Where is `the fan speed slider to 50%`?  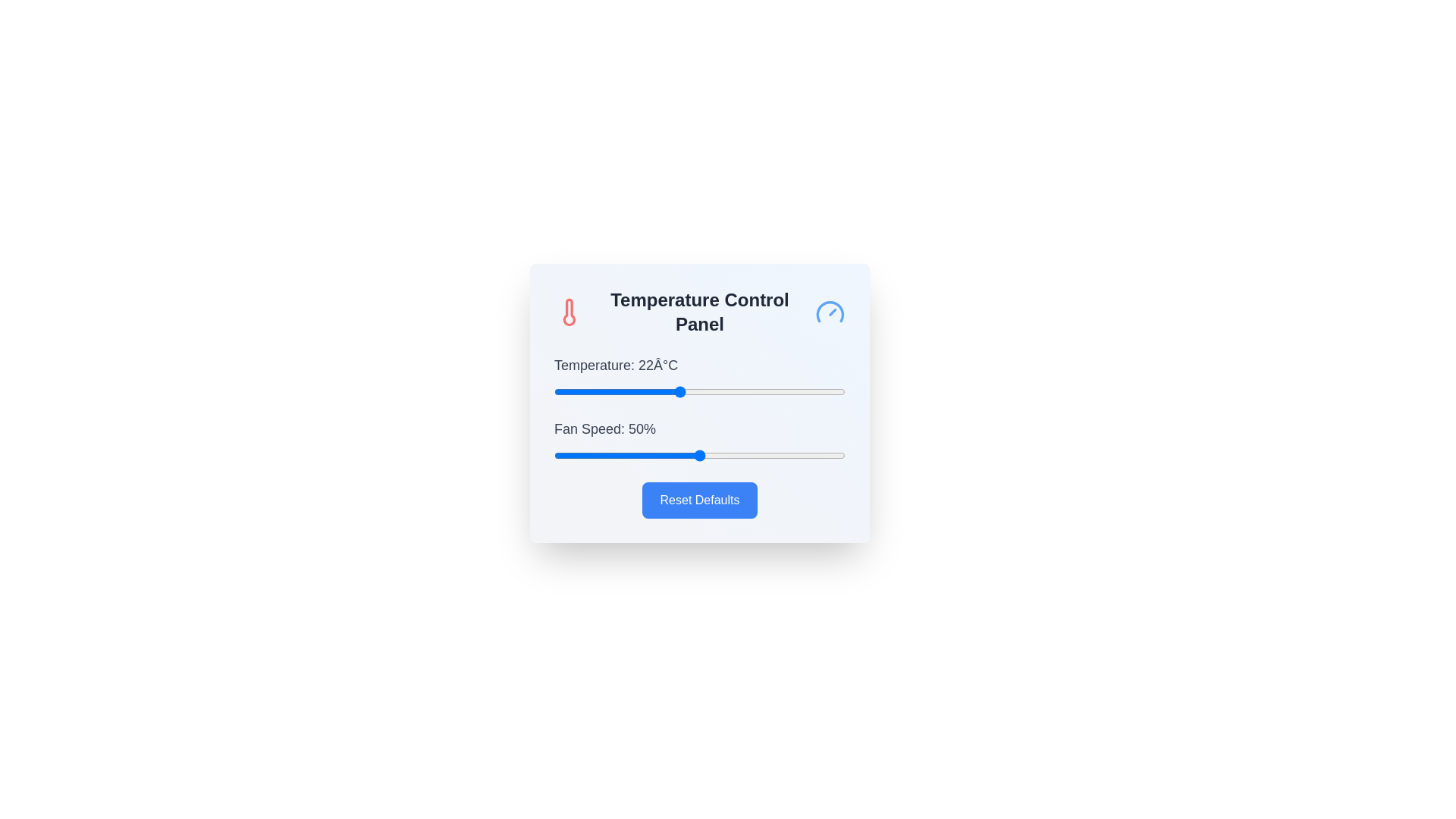
the fan speed slider to 50% is located at coordinates (698, 455).